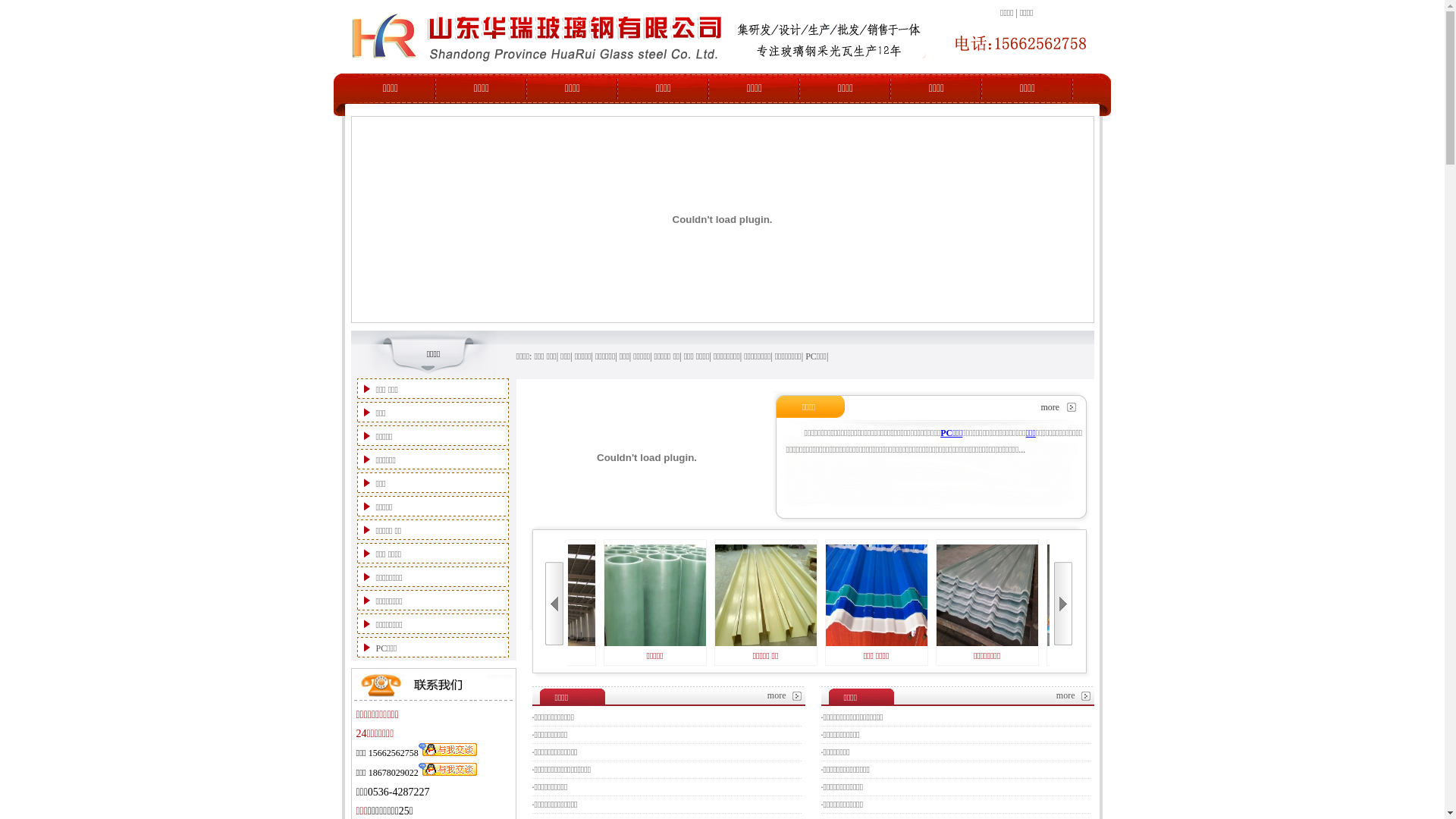 The height and width of the screenshot is (819, 1456). Describe the element at coordinates (1049, 406) in the screenshot. I see `'more'` at that location.